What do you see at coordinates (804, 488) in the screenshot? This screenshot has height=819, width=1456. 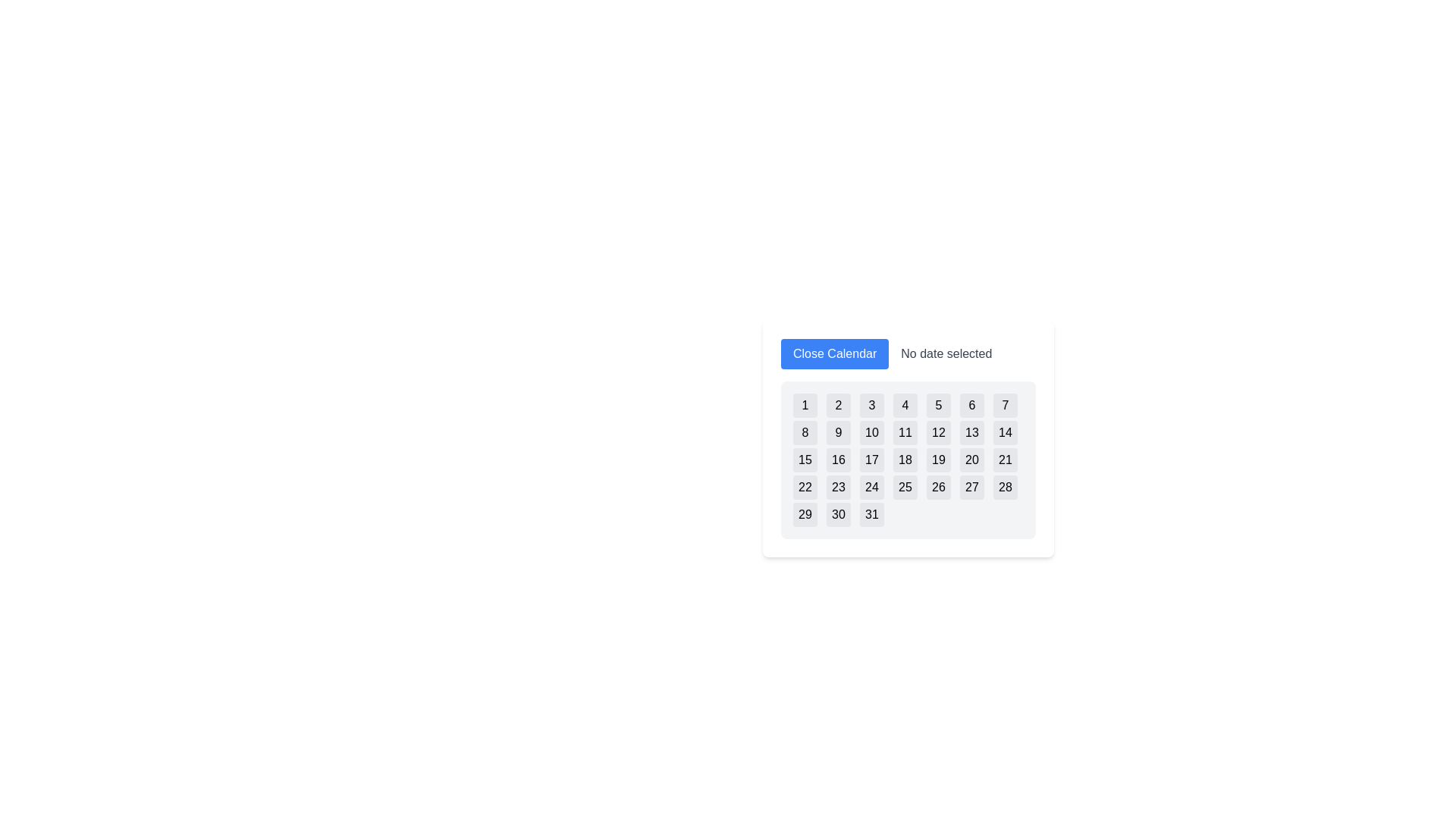 I see `the button representing the 22nd day in the calendar` at bounding box center [804, 488].